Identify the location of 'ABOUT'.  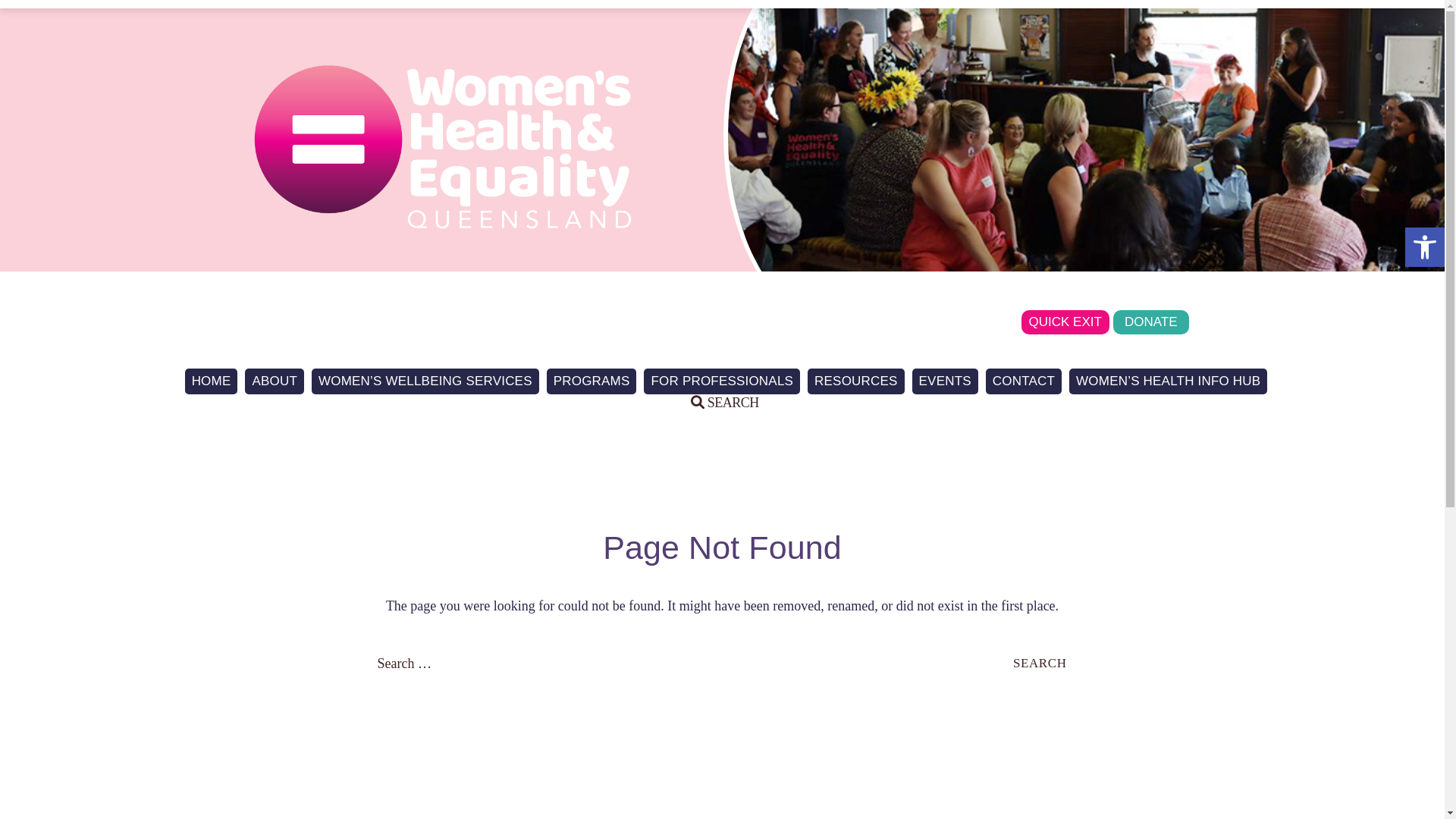
(274, 380).